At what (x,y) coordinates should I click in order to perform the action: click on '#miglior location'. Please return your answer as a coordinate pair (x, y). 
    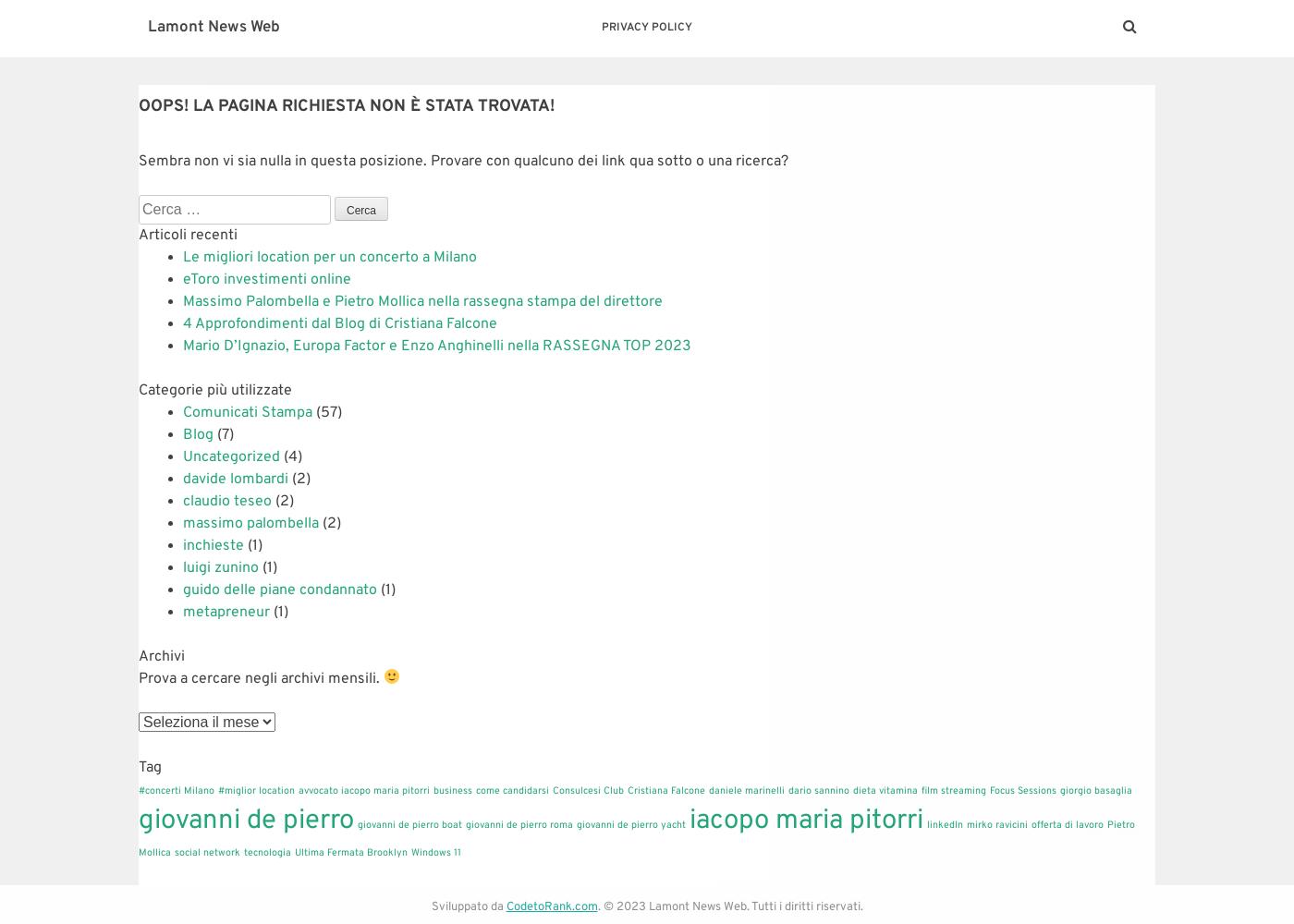
    Looking at the image, I should click on (256, 789).